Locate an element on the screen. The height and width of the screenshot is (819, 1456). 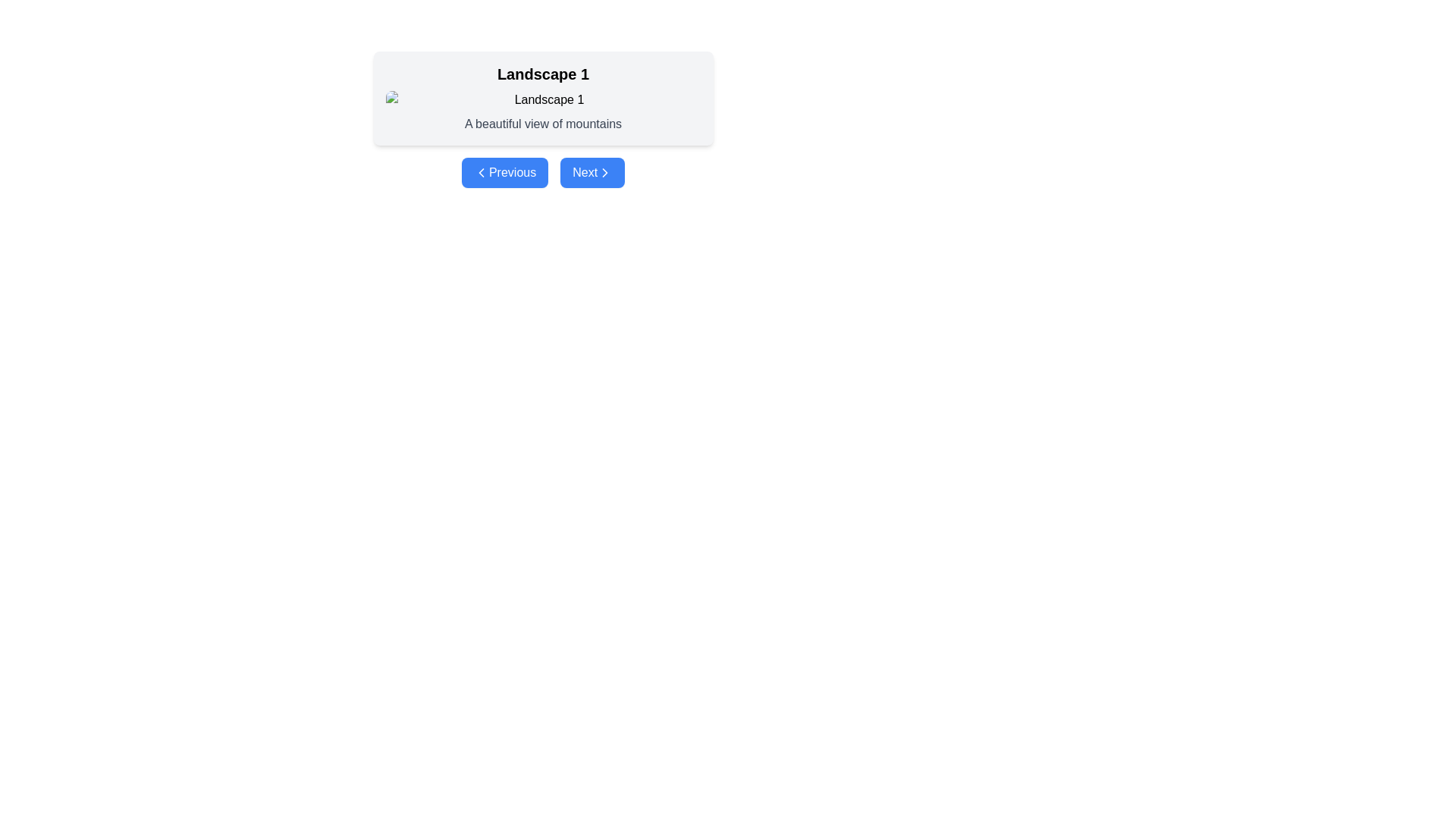
the left-pointing chevron icon which is styled with a thin stroke and rounded edges, located within the blue rectangular button next to the 'Previous' button is located at coordinates (480, 171).